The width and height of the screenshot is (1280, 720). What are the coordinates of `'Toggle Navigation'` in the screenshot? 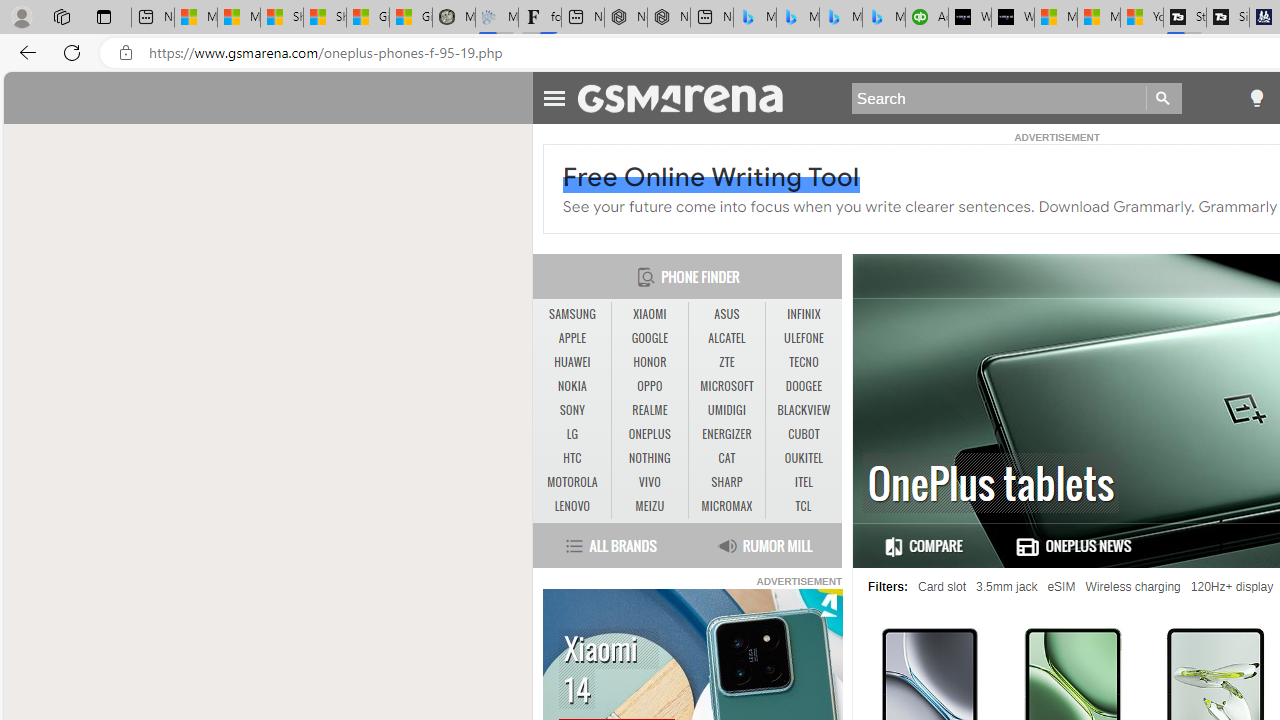 It's located at (554, 95).